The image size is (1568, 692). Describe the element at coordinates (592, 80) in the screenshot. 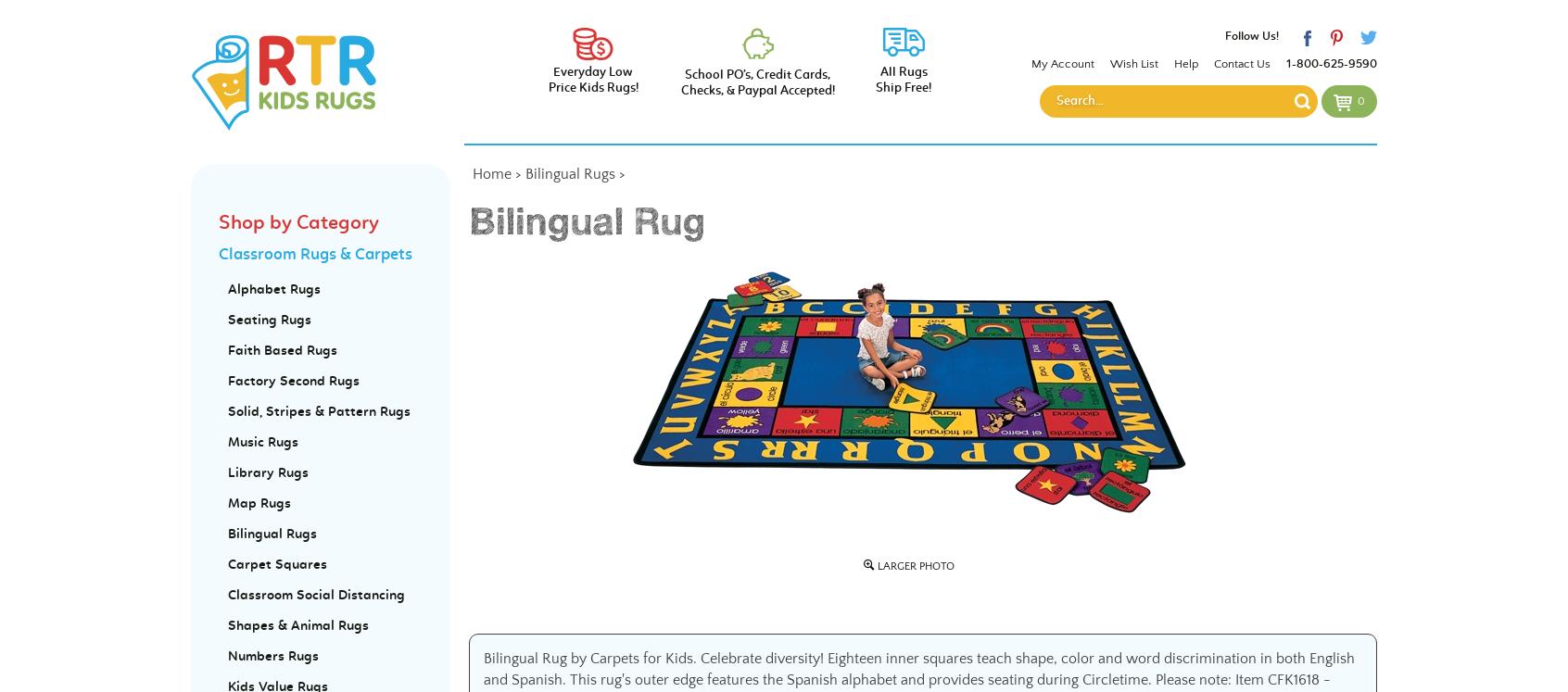

I see `'Everyday Low Price Kids Rugs!'` at that location.